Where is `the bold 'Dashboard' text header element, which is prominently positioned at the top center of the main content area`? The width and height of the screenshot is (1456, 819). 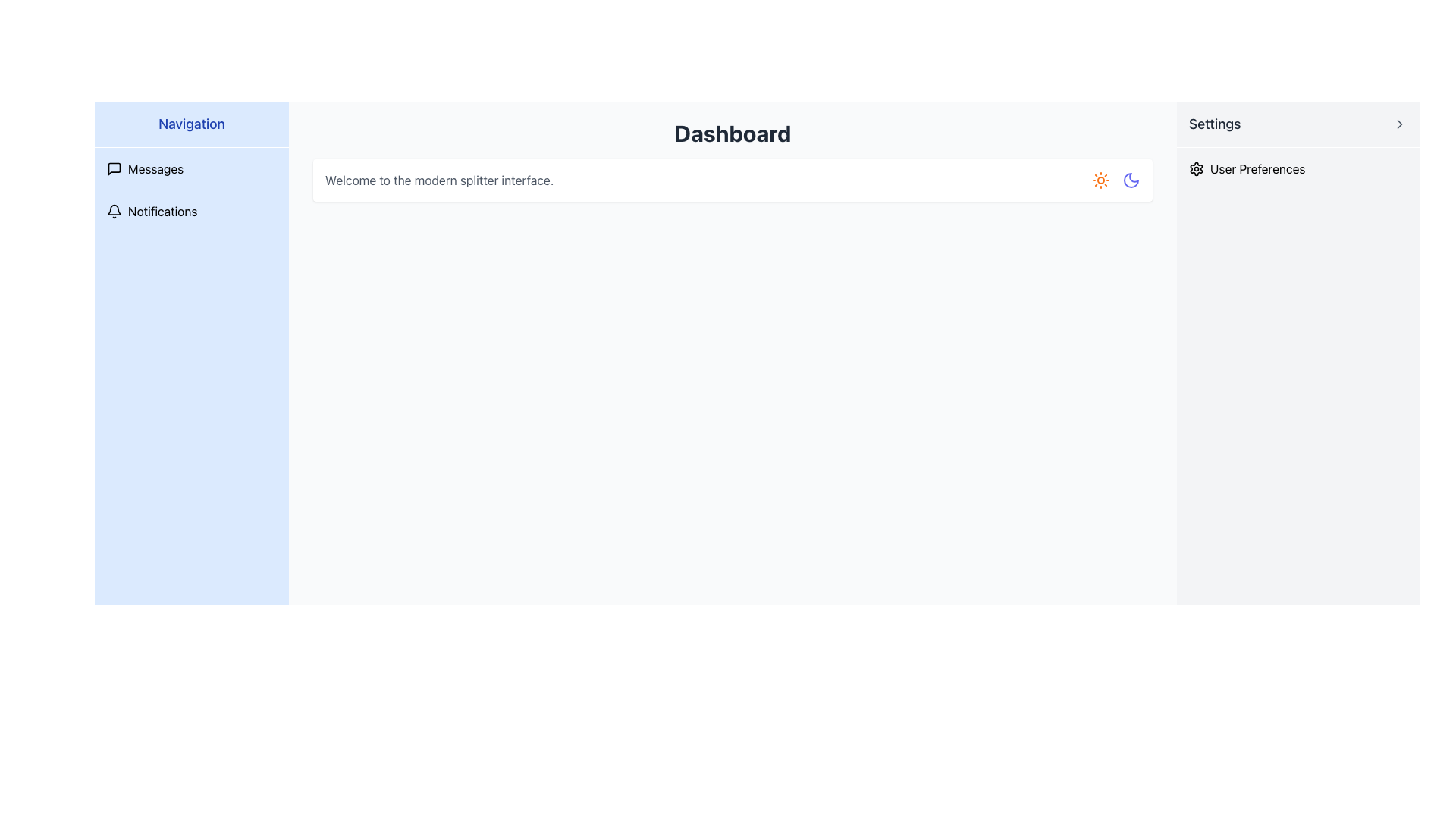
the bold 'Dashboard' text header element, which is prominently positioned at the top center of the main content area is located at coordinates (733, 133).